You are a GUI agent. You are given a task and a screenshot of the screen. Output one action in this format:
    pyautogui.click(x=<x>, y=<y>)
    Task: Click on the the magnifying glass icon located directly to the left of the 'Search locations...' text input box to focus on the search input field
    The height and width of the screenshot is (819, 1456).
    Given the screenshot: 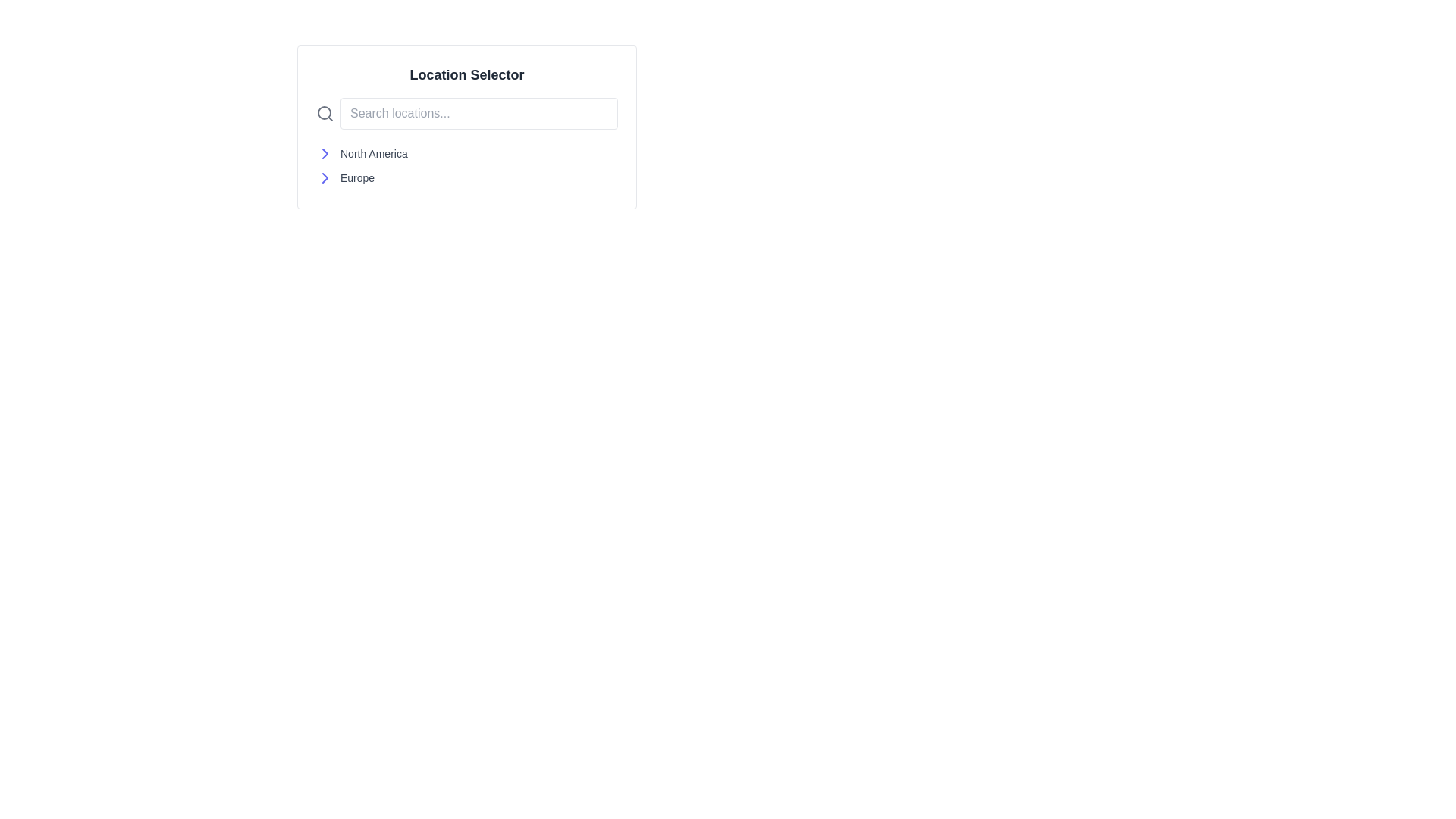 What is the action you would take?
    pyautogui.click(x=324, y=113)
    